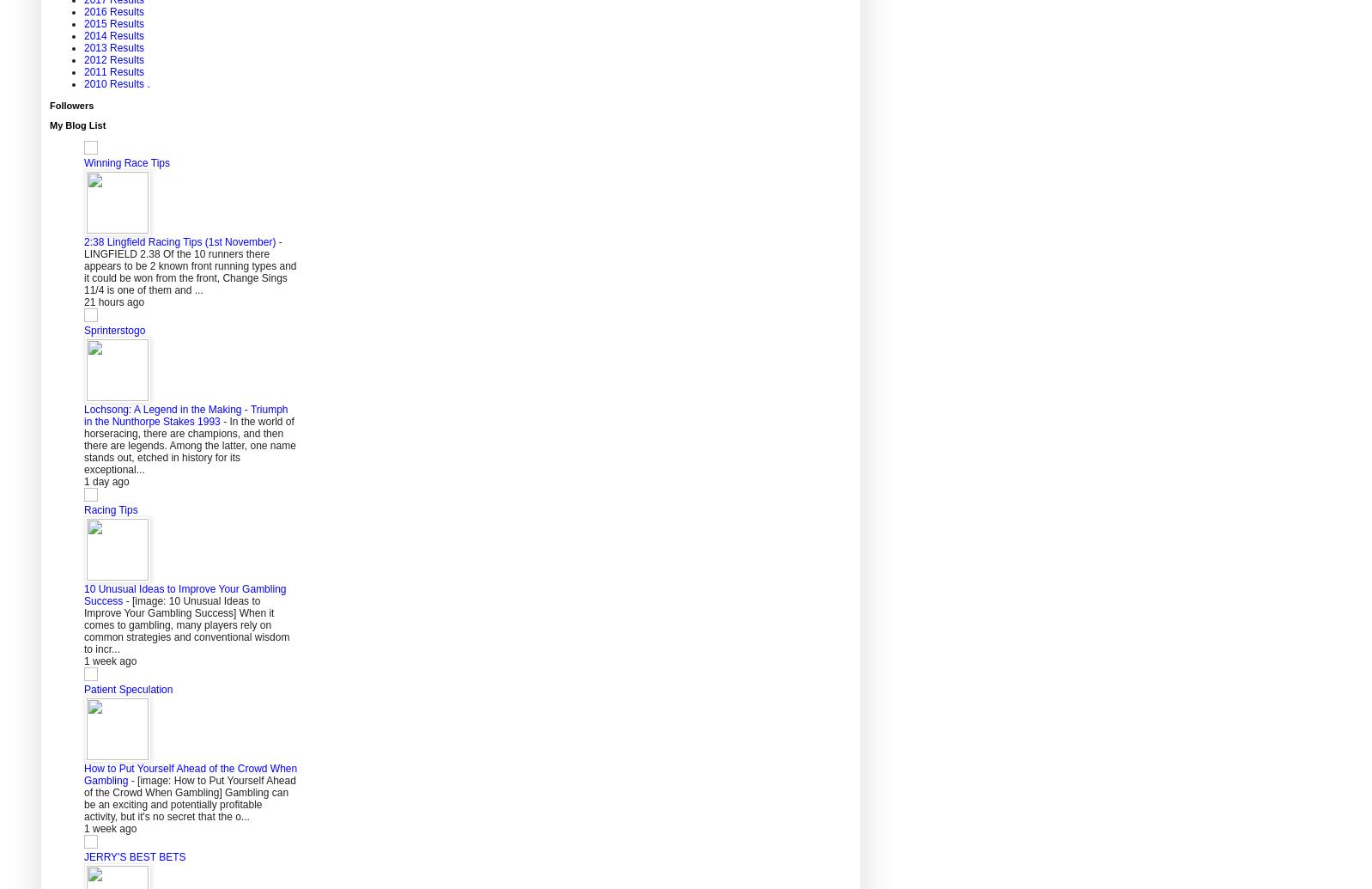 Image resolution: width=1372 pixels, height=889 pixels. Describe the element at coordinates (76, 125) in the screenshot. I see `'My Blog List'` at that location.